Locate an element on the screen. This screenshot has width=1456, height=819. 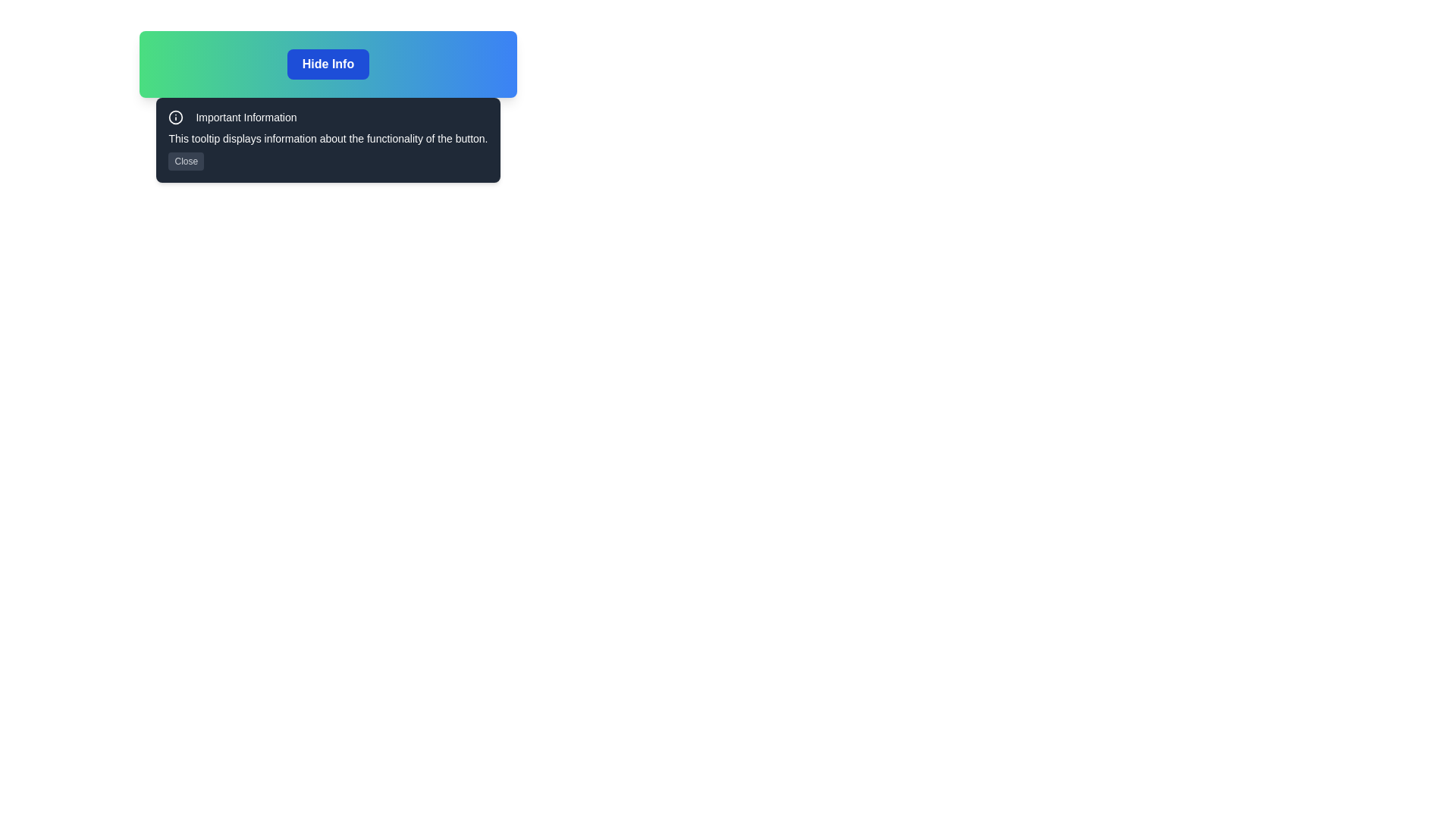
the close button located at the bottom-left corner of the tooltip is located at coordinates (185, 161).